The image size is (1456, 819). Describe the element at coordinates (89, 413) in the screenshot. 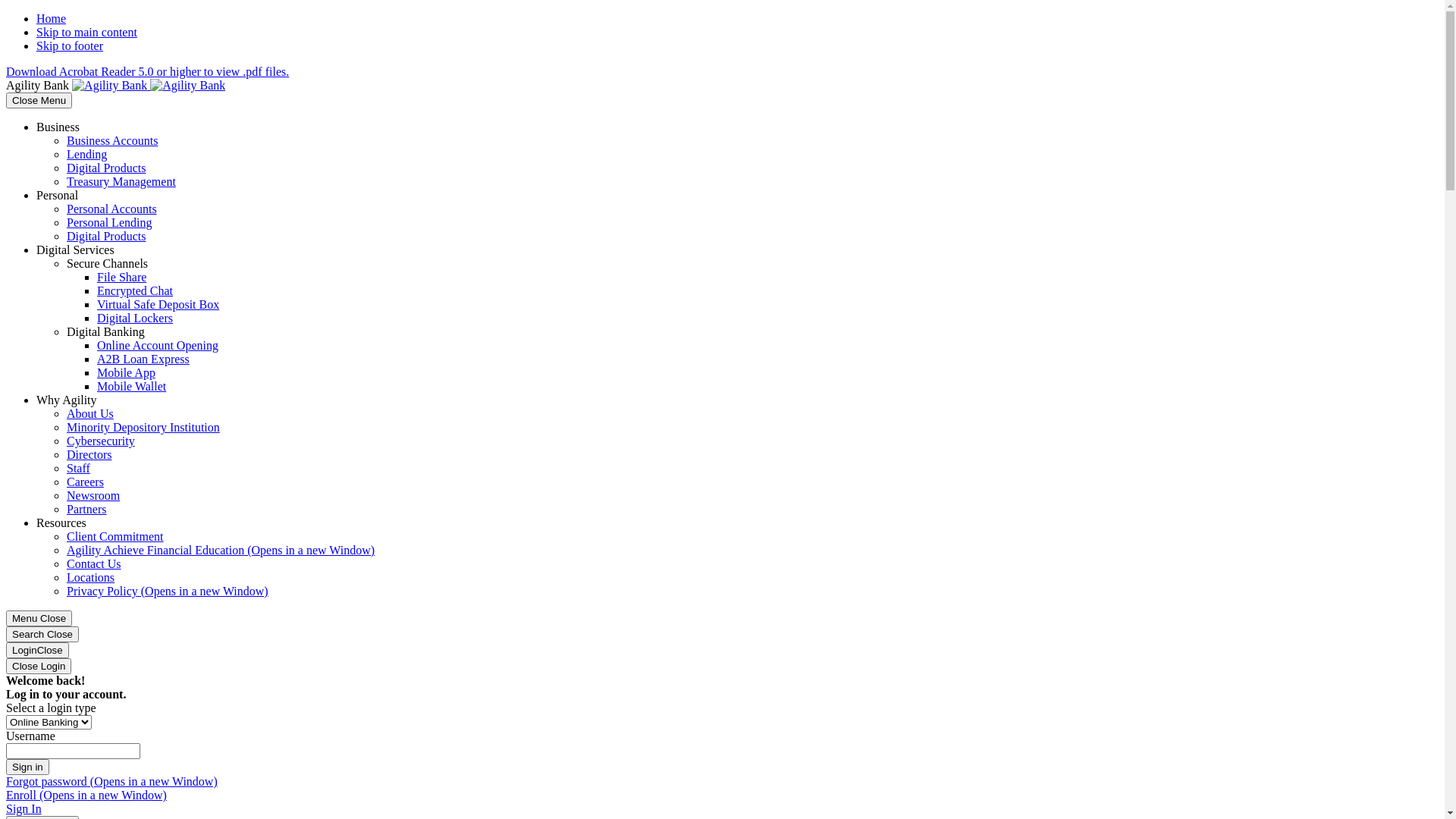

I see `'About Us'` at that location.